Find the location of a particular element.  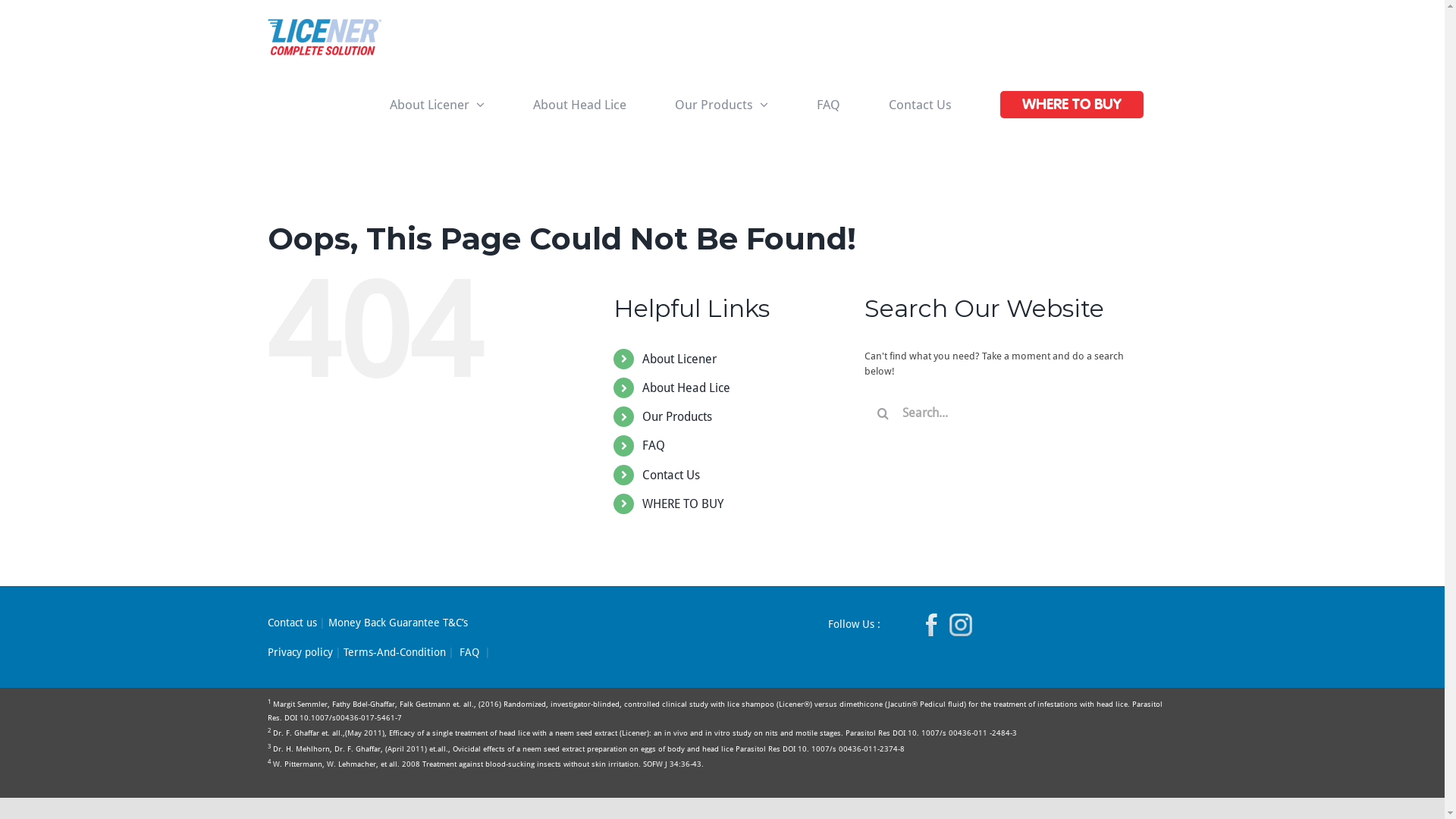

'Terms-And-Condition' is located at coordinates (394, 651).